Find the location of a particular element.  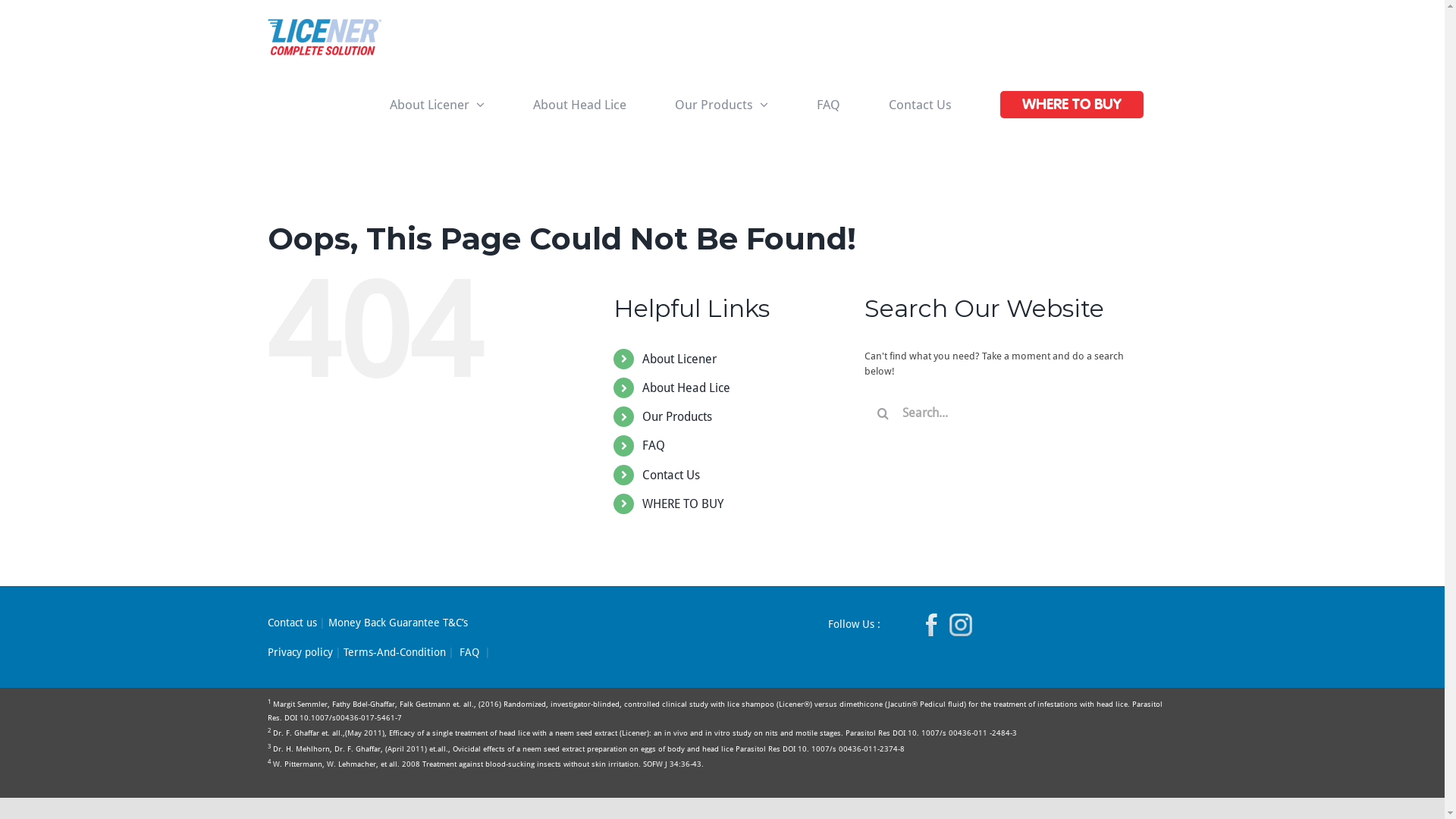

'Terms-And-Condition' is located at coordinates (394, 651).